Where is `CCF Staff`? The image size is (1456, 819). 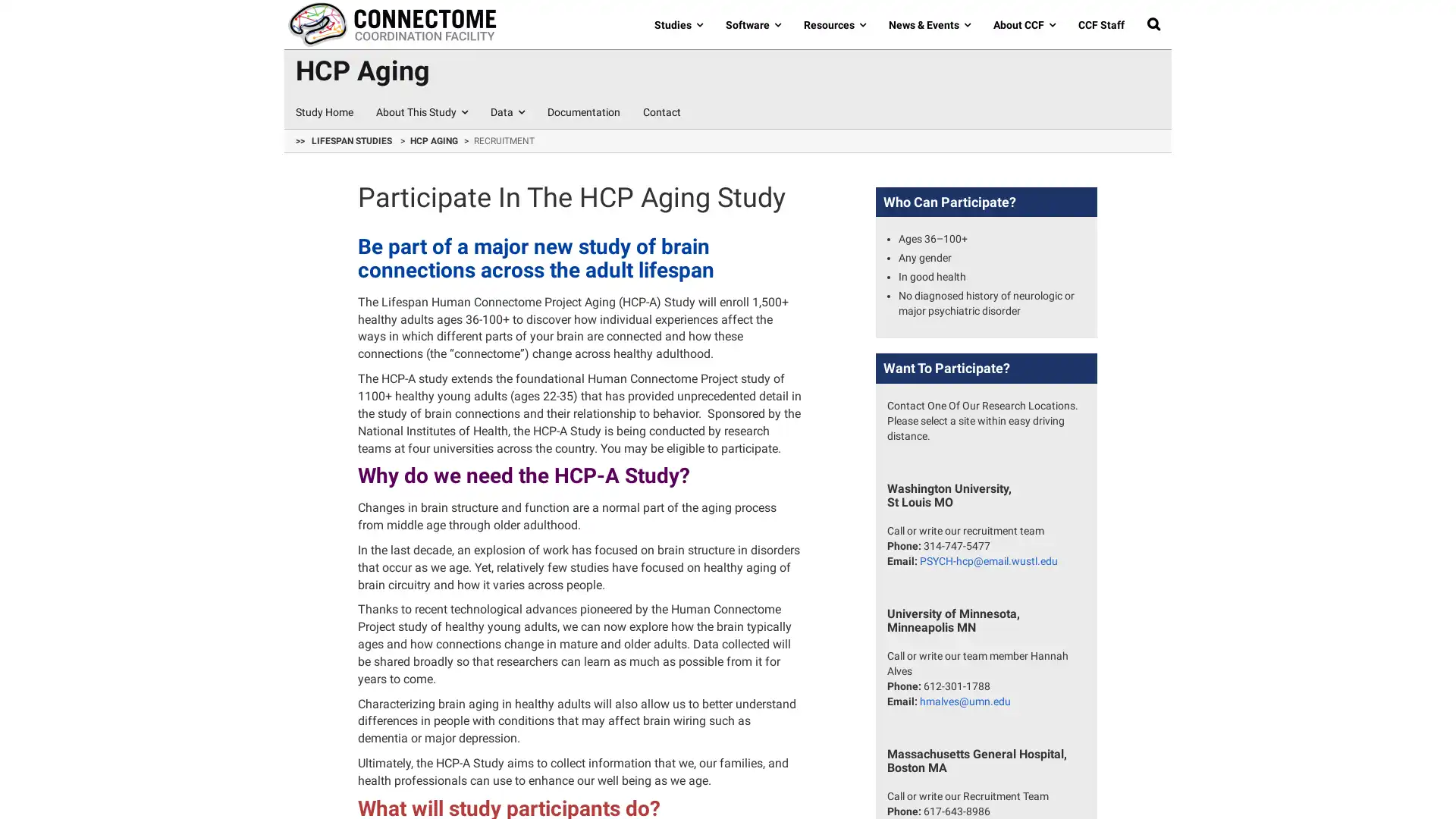 CCF Staff is located at coordinates (1101, 29).